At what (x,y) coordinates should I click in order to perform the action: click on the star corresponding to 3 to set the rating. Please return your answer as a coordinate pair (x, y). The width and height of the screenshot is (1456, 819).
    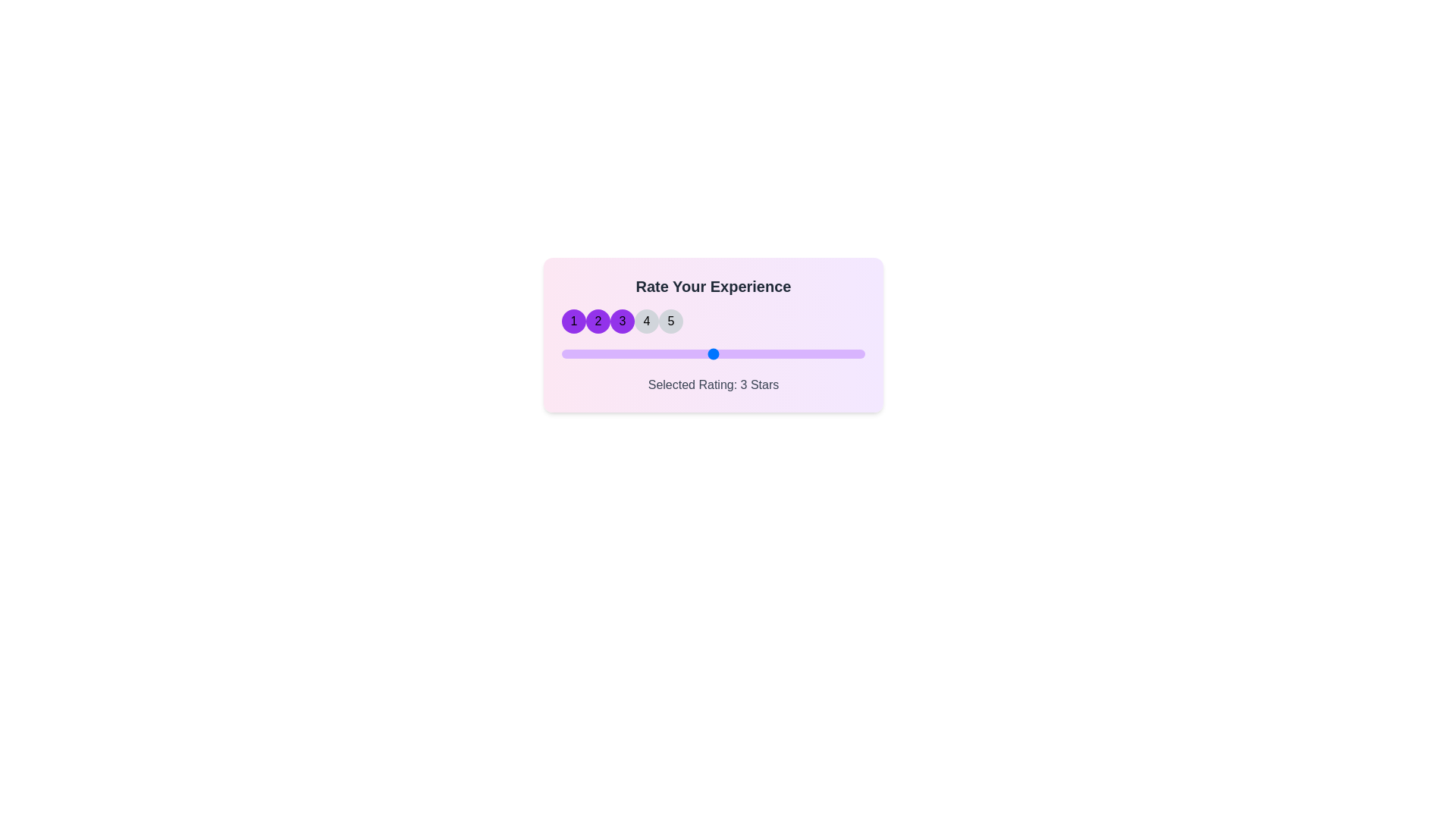
    Looking at the image, I should click on (622, 321).